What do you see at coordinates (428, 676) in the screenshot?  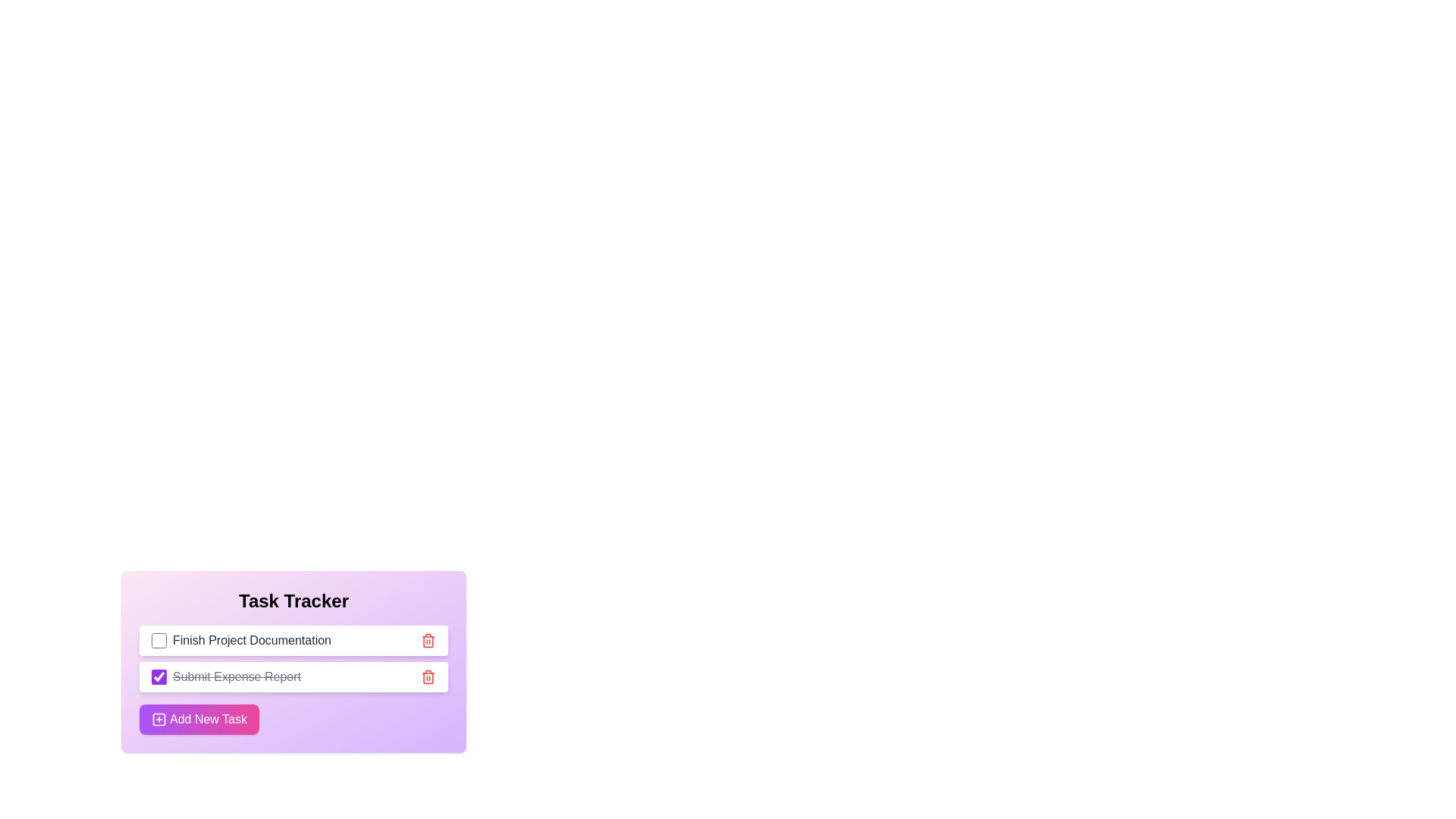 I see `the delete button (trashcan icon) associated with the 'Submit Expense Report' task to prepare for deletion` at bounding box center [428, 676].